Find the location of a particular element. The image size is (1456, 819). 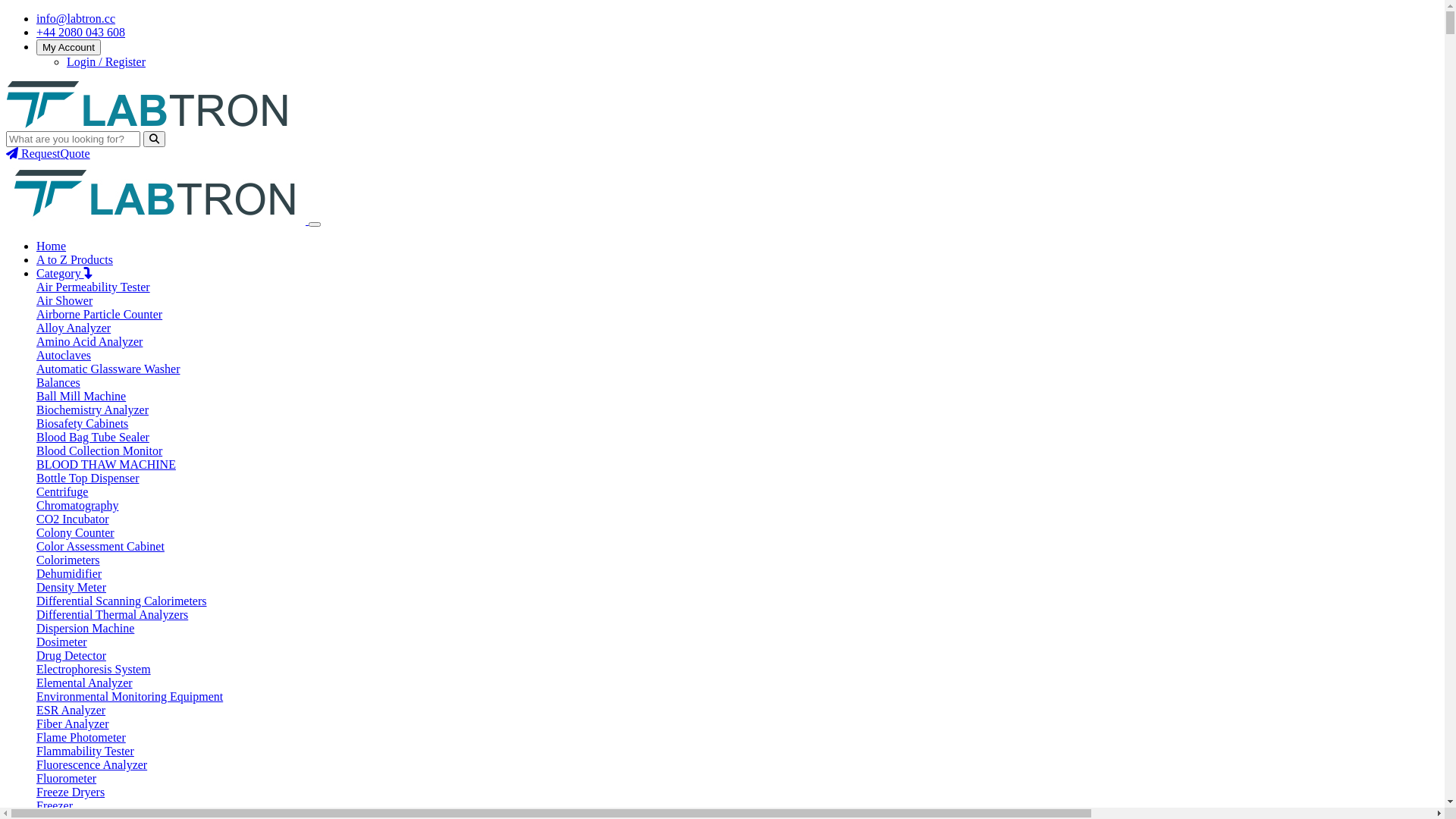

'Fluorometer' is located at coordinates (65, 778).